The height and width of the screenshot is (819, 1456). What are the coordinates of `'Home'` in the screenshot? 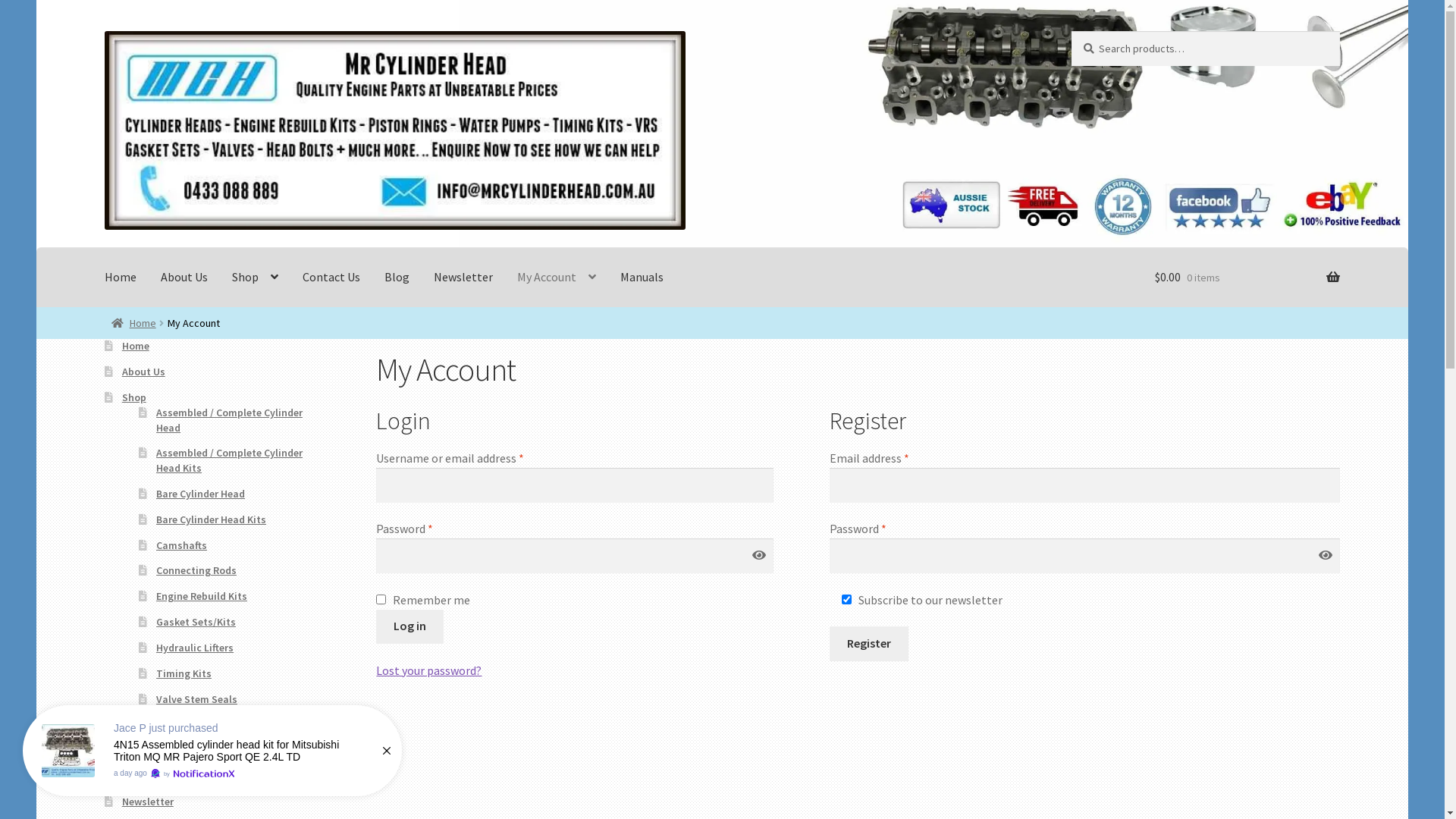 It's located at (135, 345).